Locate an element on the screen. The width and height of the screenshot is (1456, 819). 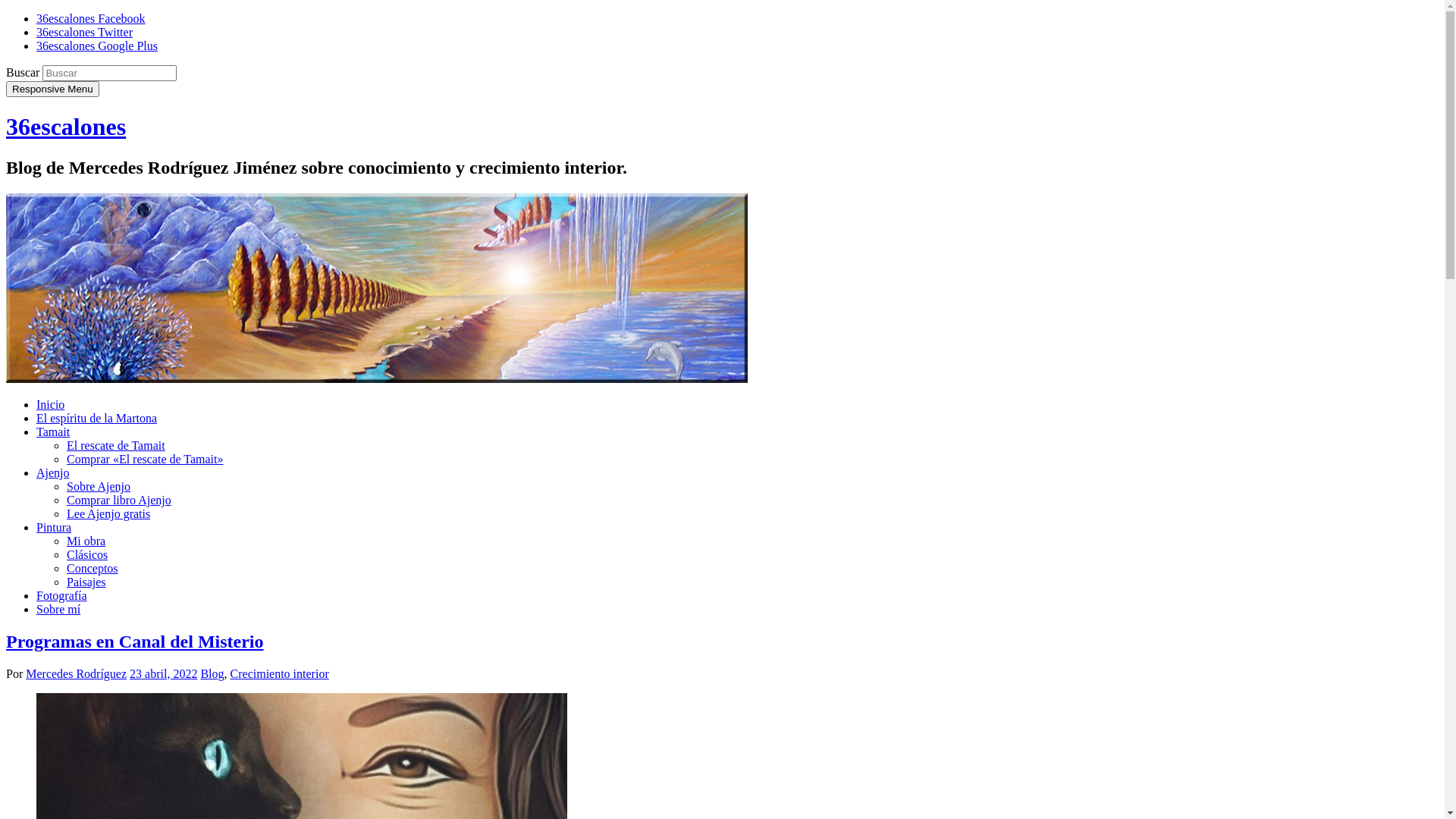
'36escalones Google Plus' is located at coordinates (96, 45).